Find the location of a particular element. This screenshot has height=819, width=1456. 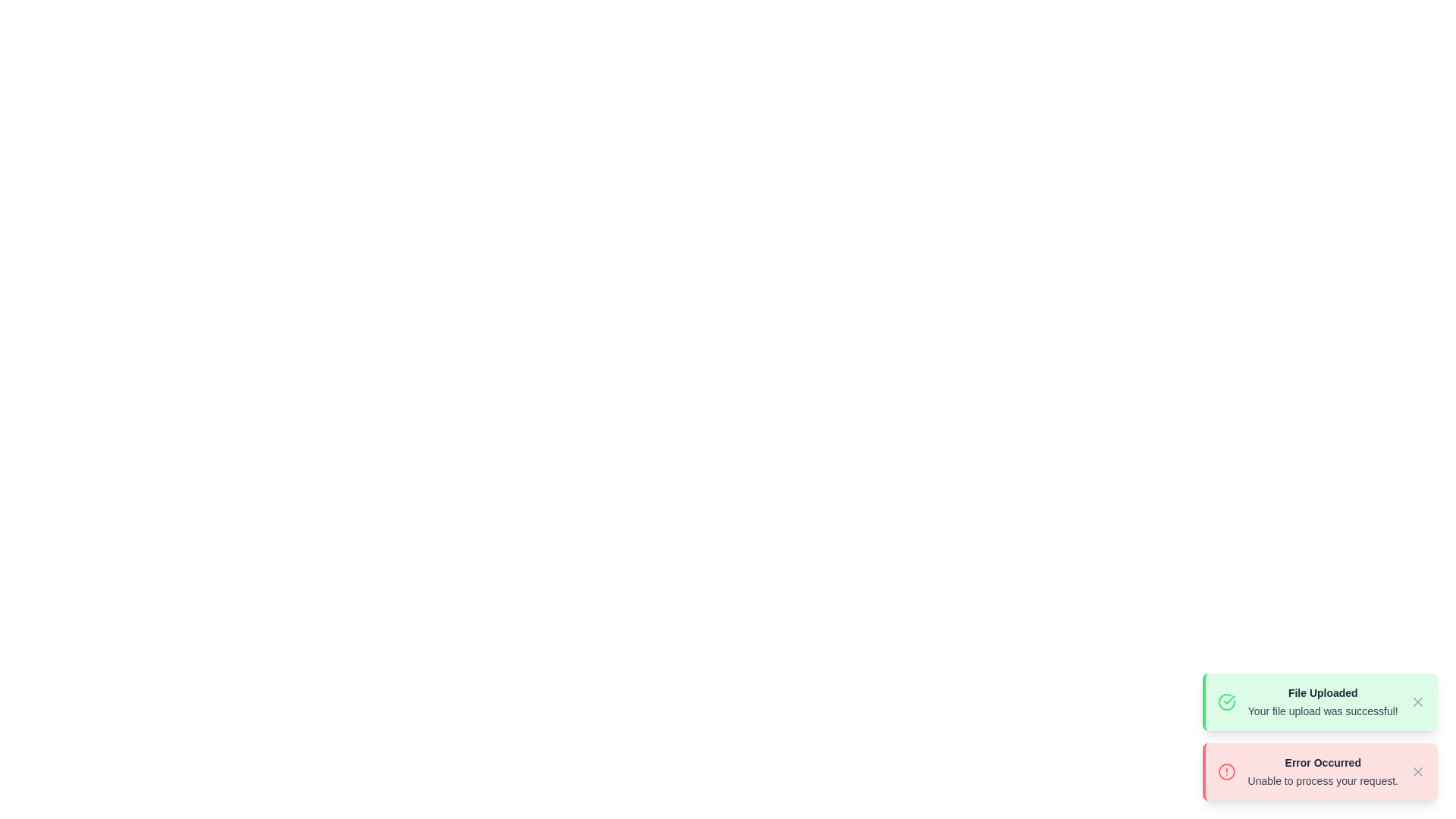

the bold text label reading 'Error Occurred' is located at coordinates (1322, 763).